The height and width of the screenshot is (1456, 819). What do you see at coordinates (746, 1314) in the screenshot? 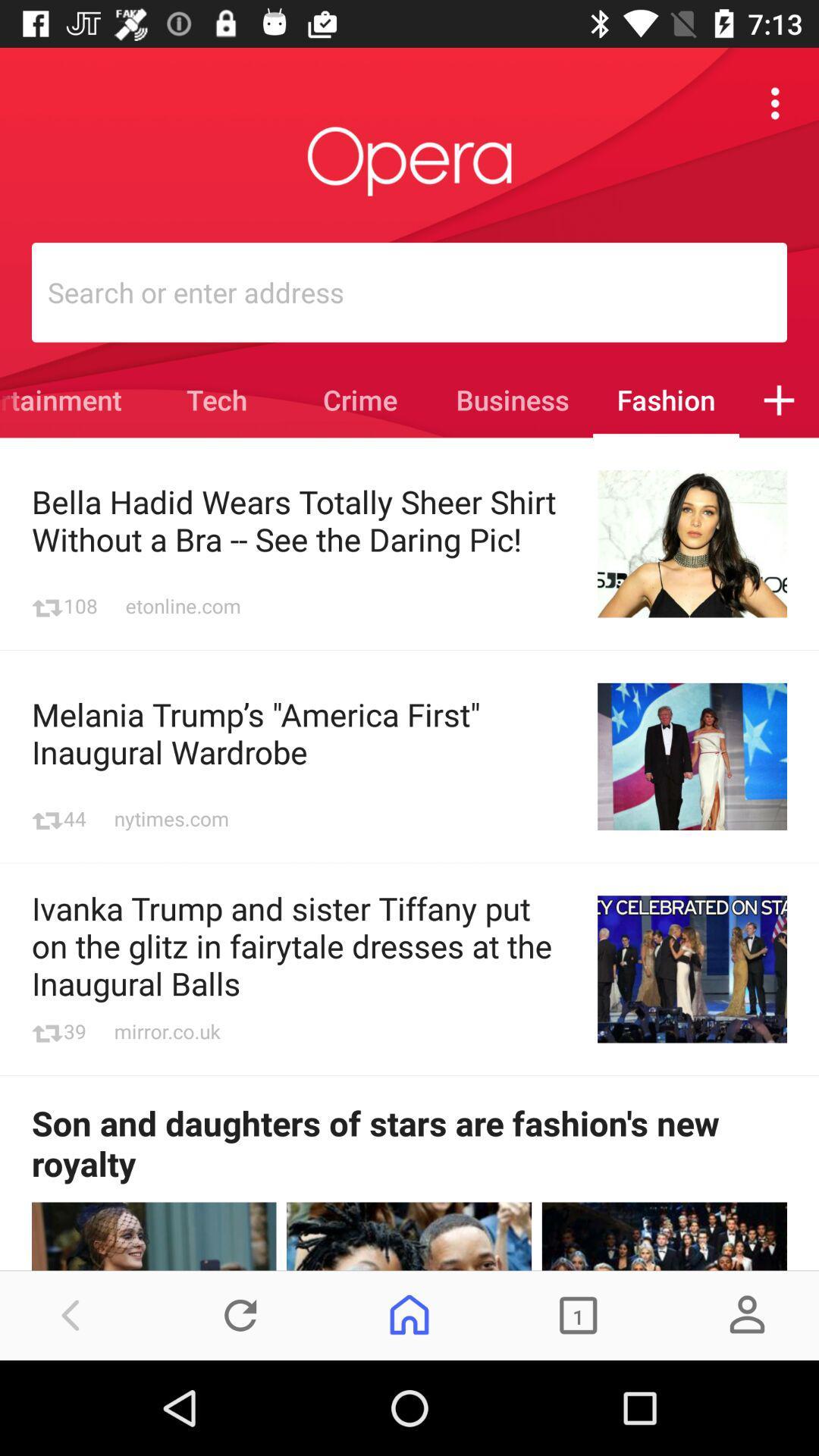
I see `the avatar icon` at bounding box center [746, 1314].